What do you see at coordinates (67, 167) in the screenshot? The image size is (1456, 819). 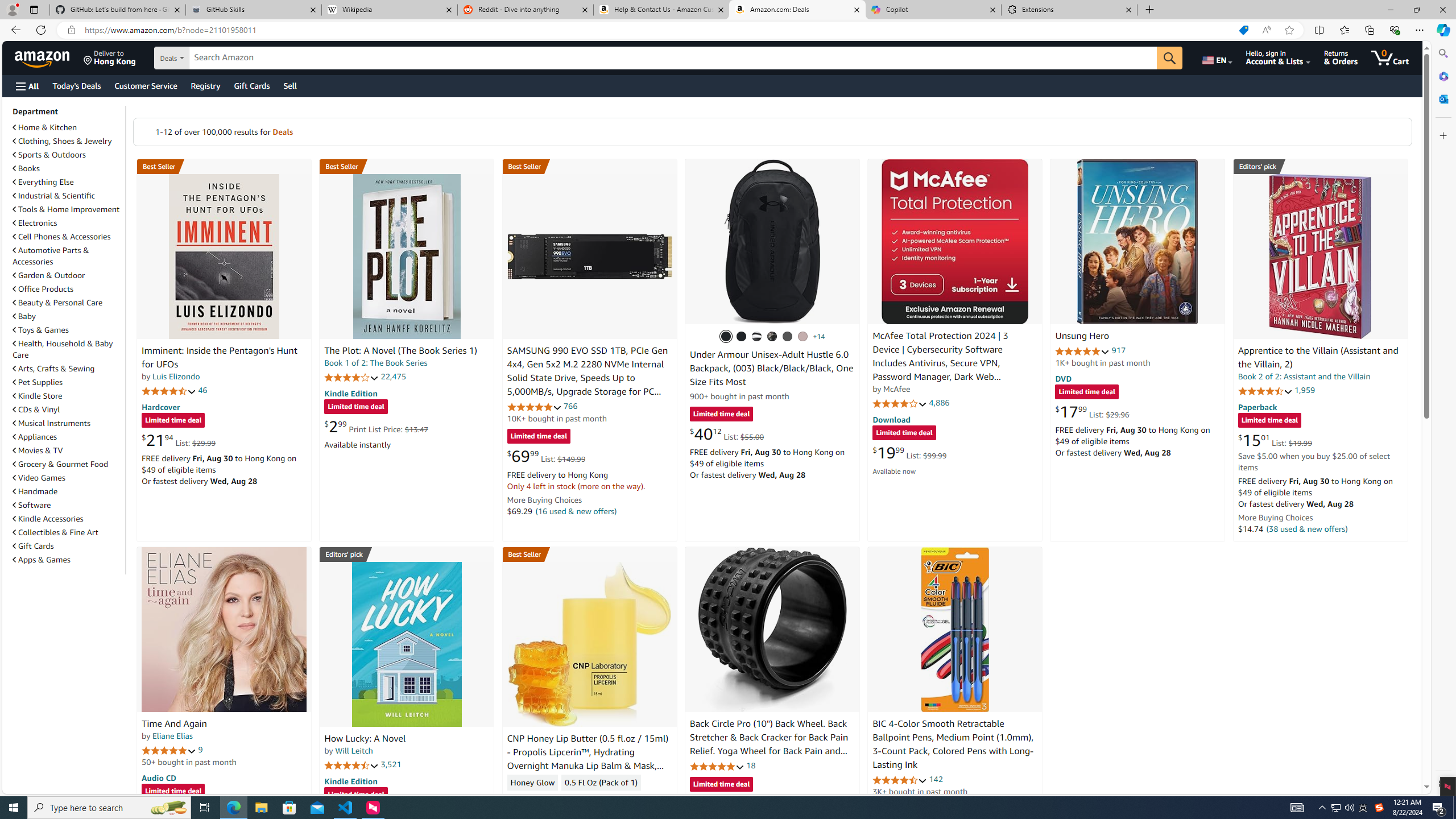 I see `'Books'` at bounding box center [67, 167].